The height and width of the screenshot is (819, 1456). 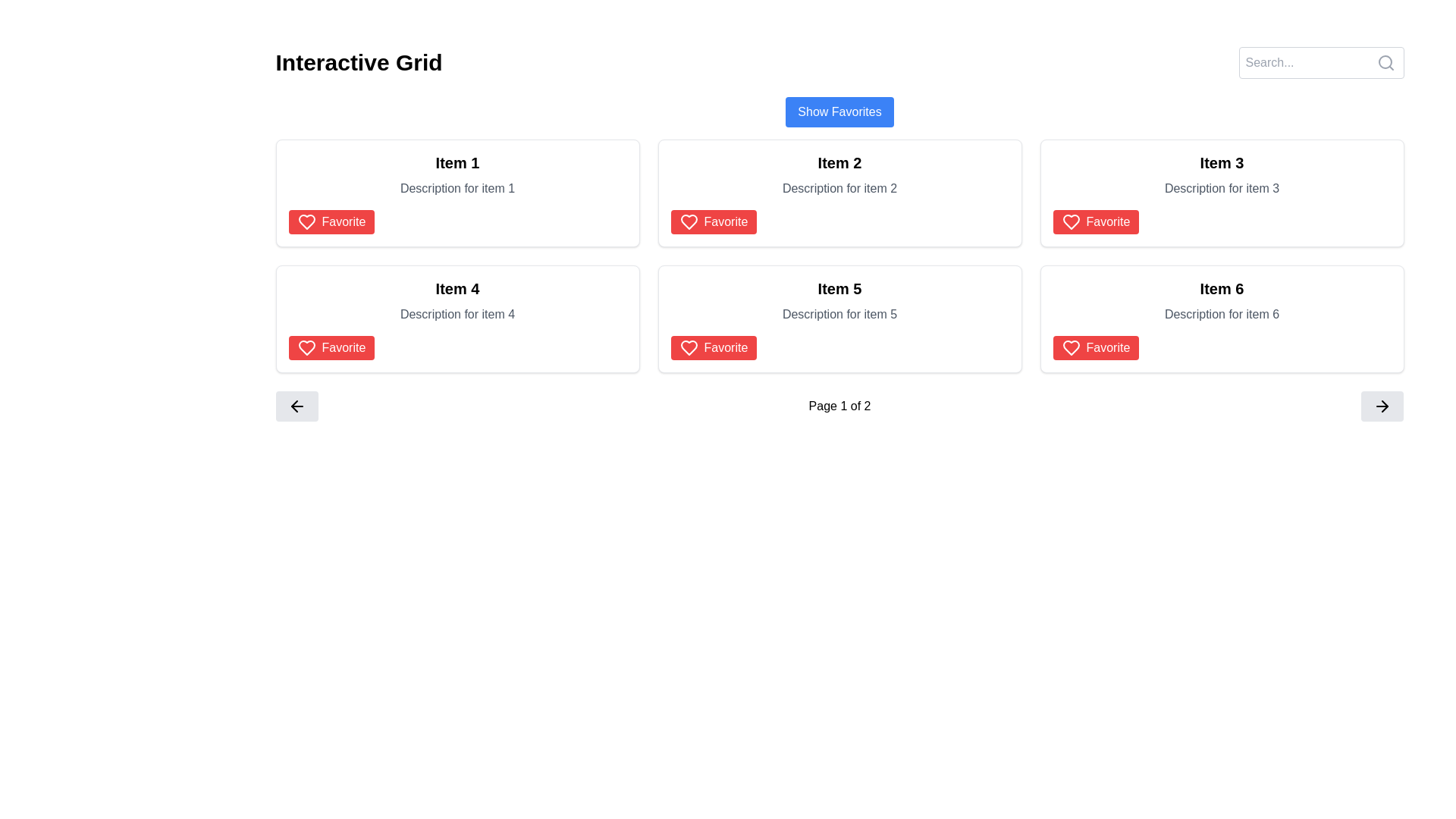 I want to click on the gray rectangular button with rounded corners and a left-pointing arrow, so click(x=297, y=406).